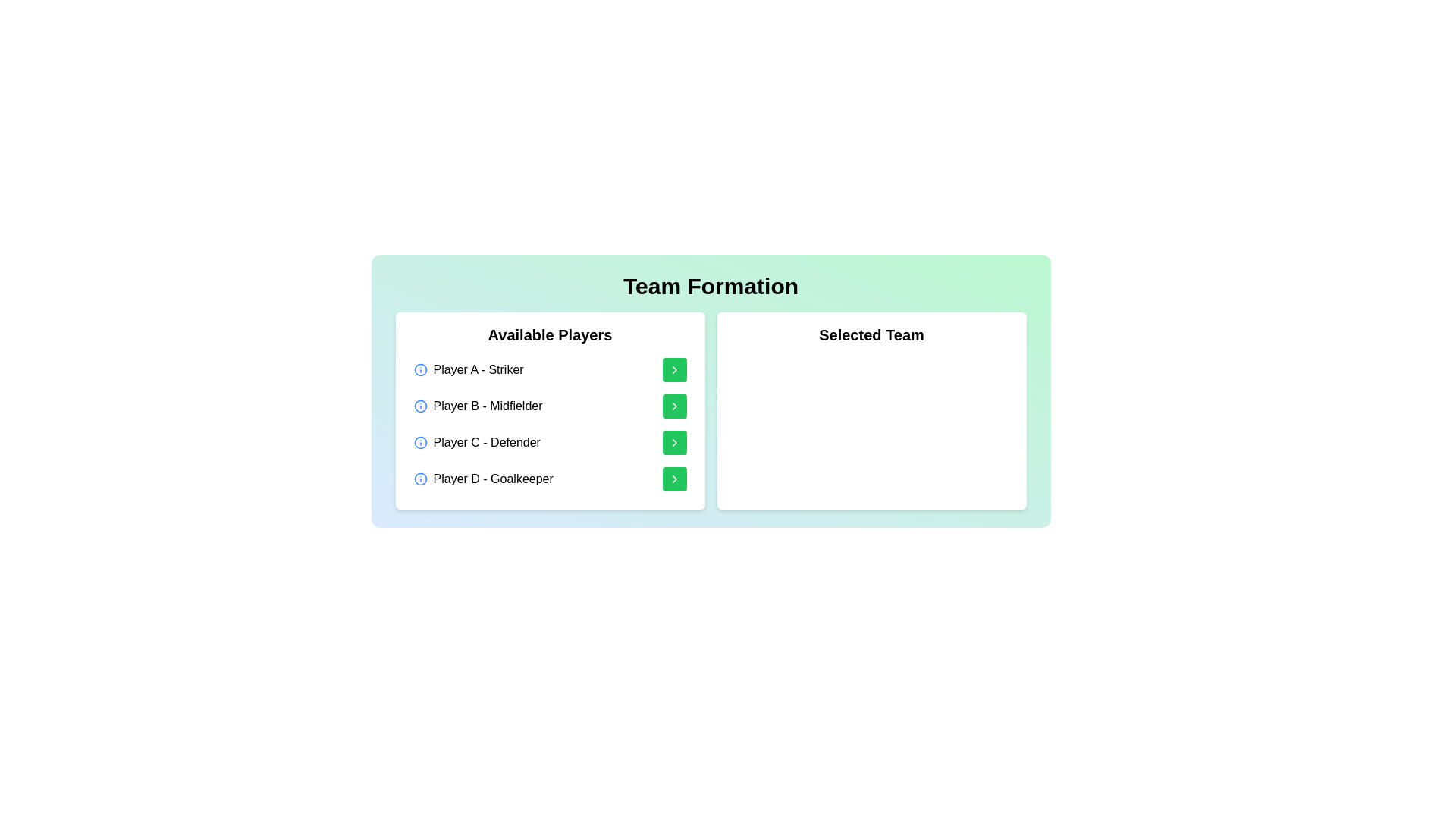 Image resolution: width=1456 pixels, height=819 pixels. I want to click on the 'Available Players' header to inspect the list of players, so click(549, 337).